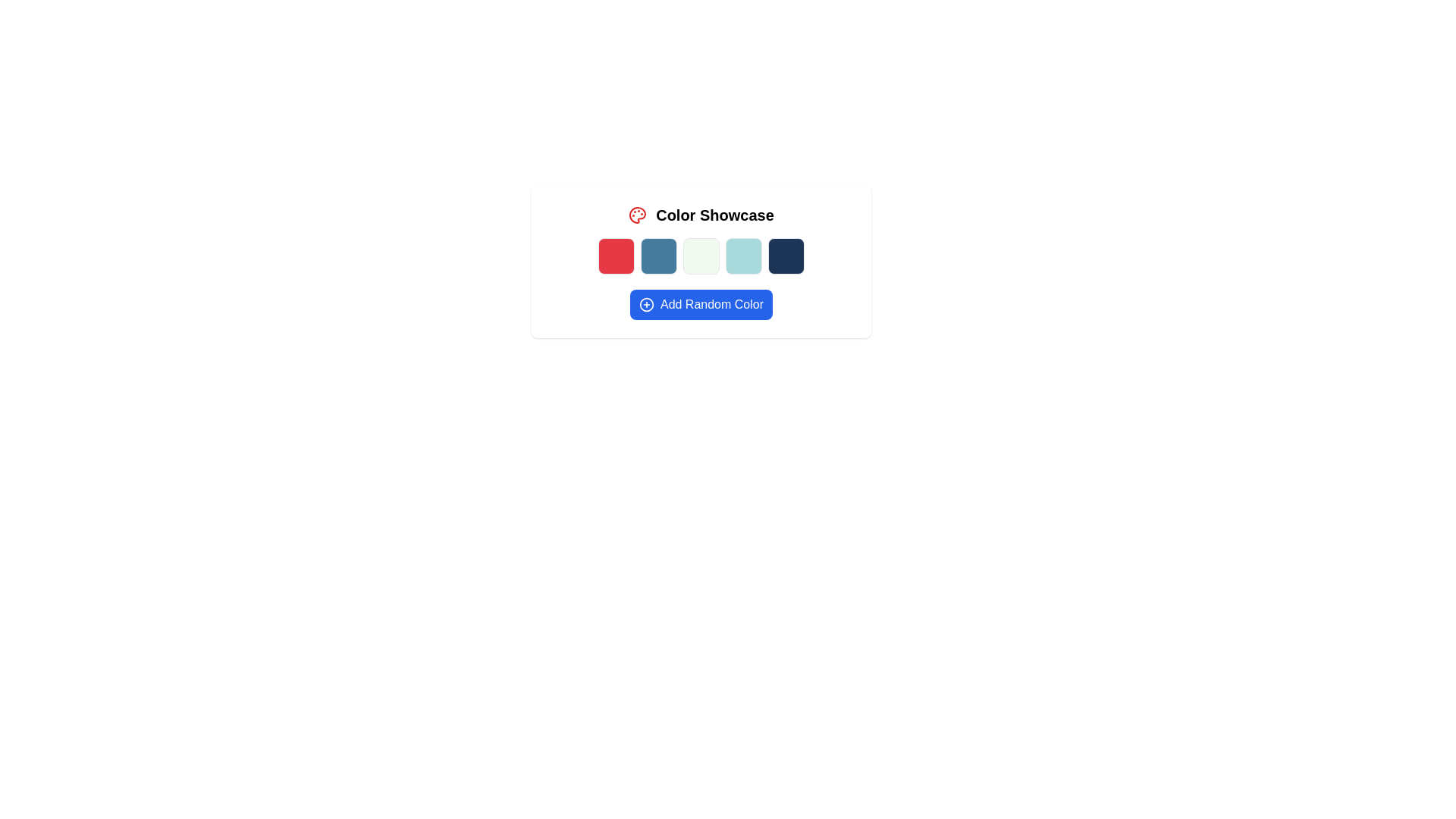 This screenshot has height=819, width=1456. What do you see at coordinates (638, 215) in the screenshot?
I see `the red palette icon located to the left of the 'Color Showcase' text` at bounding box center [638, 215].